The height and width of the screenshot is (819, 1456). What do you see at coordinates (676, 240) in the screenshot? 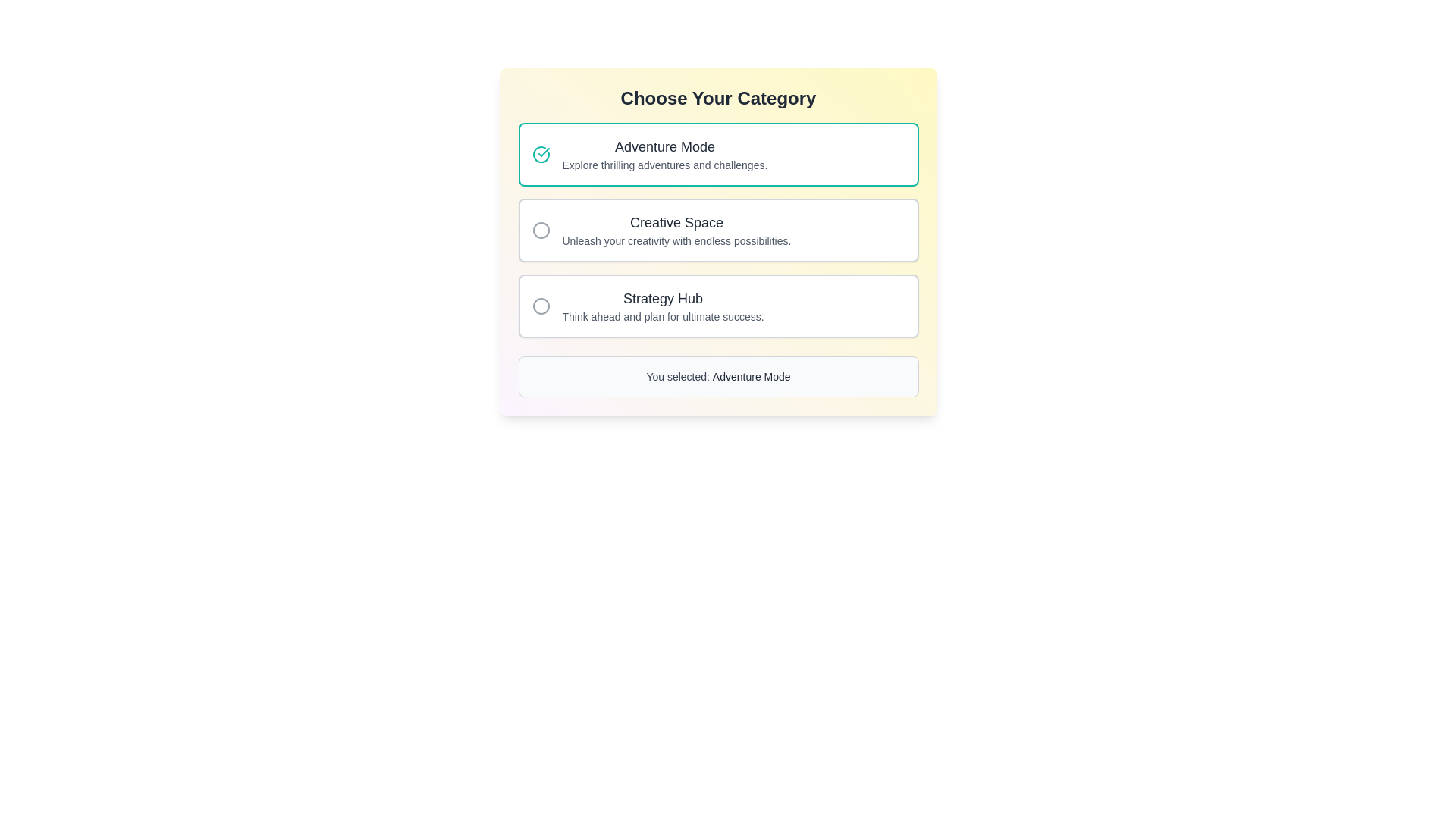
I see `the descriptive text that reads 'Unleash your creativity with endless possibilities,' which is located below the header 'Creative Space.'` at bounding box center [676, 240].